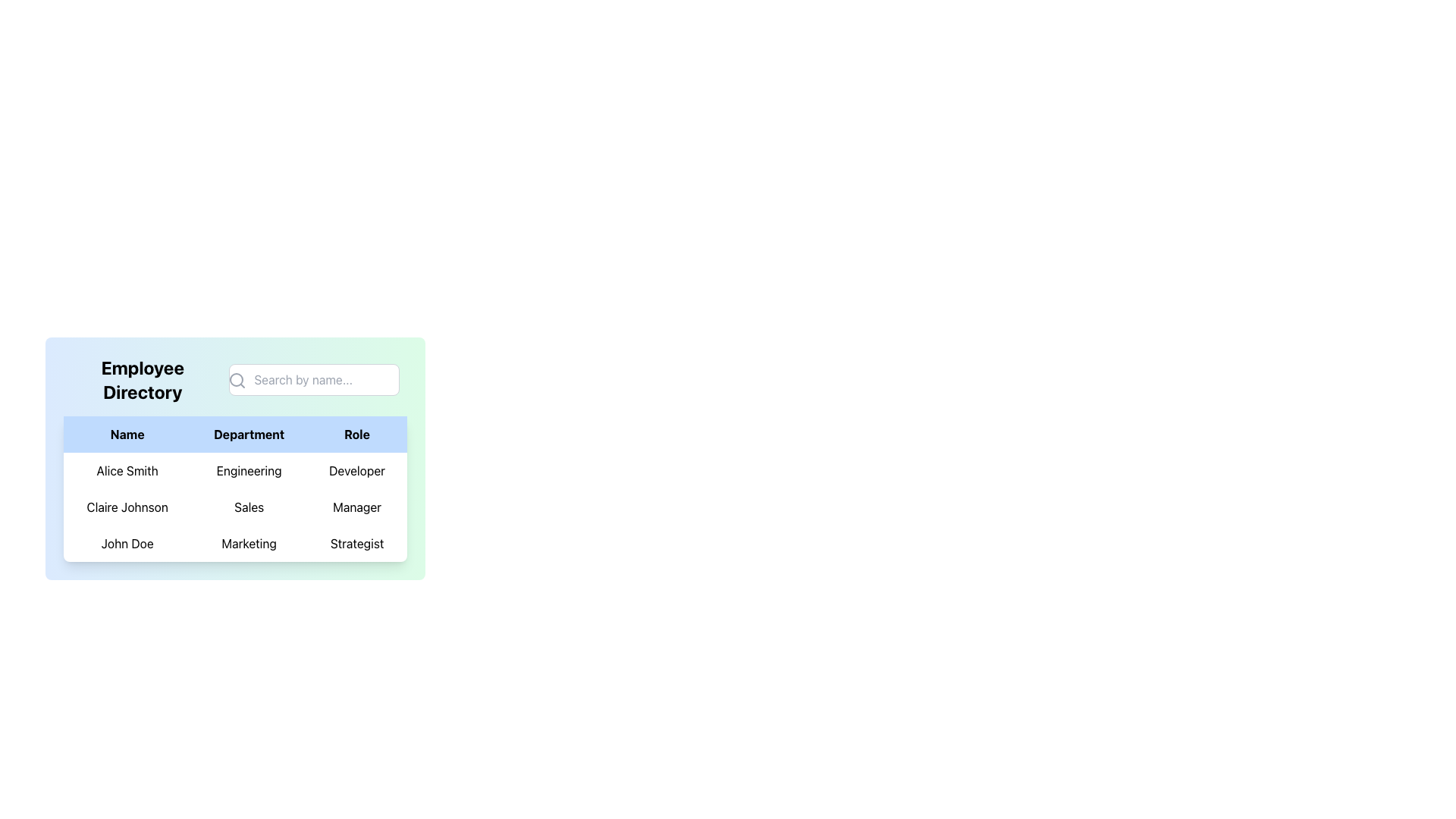 This screenshot has height=819, width=1456. I want to click on the table cell displaying 'Claire Johnson' in the light blue-themed table under the 'Name' column, so click(127, 507).